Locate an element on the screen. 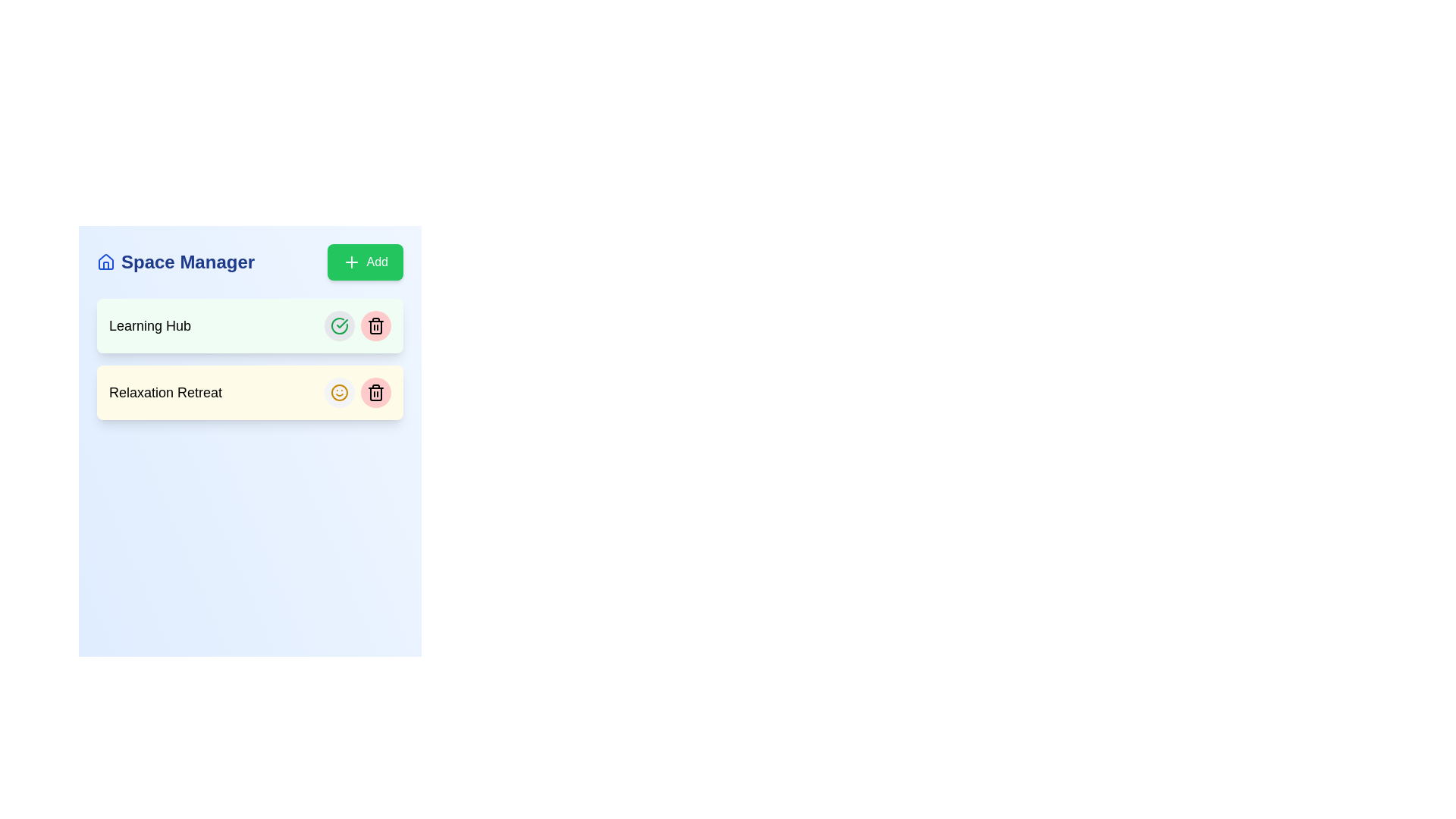 The height and width of the screenshot is (819, 1456). the status represented by the confirmation check icon in the top-right corner of the 'Learning Hub' card, which is visually distinct due to its green color scheme is located at coordinates (338, 325).